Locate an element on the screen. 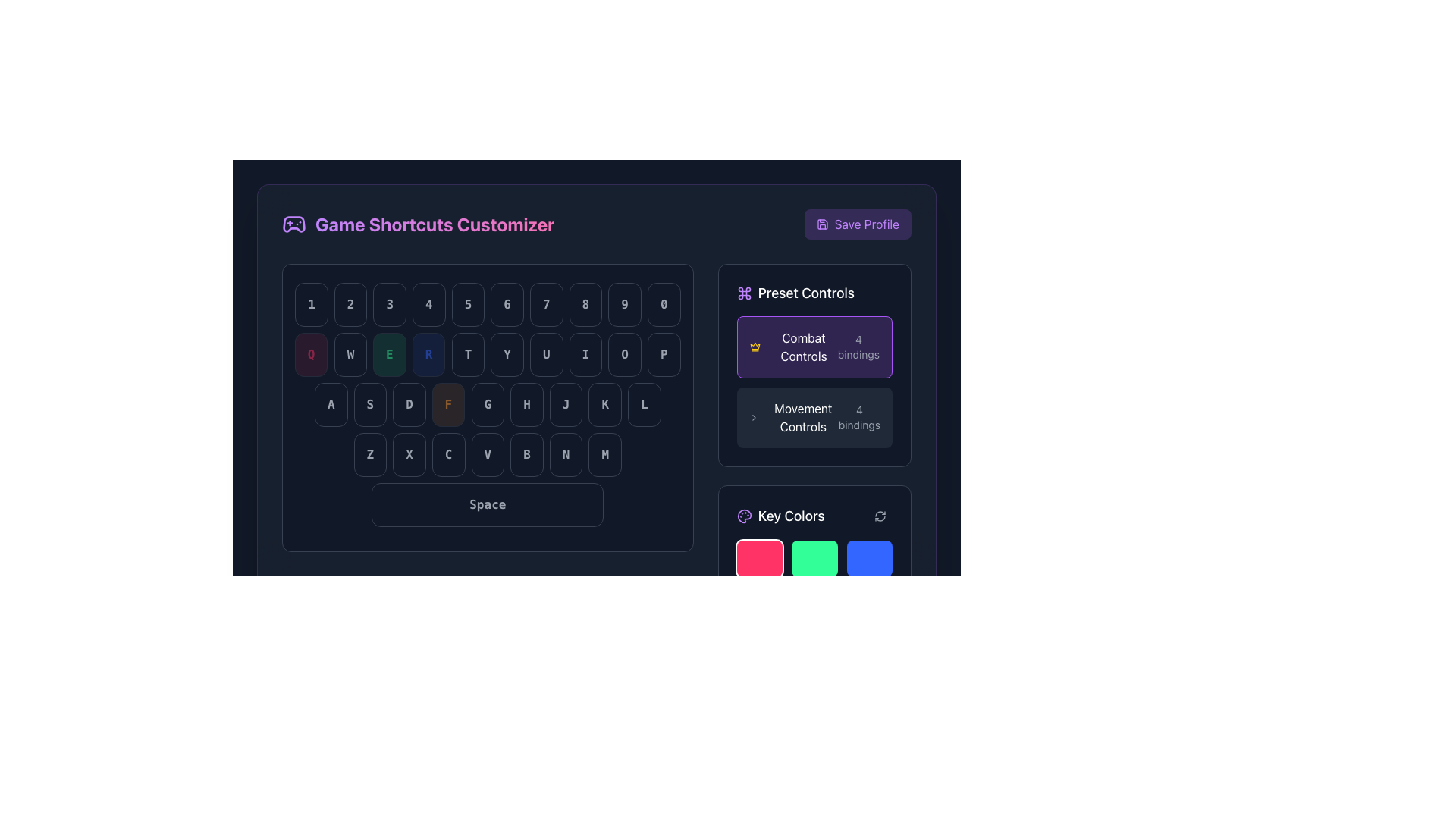 Image resolution: width=1456 pixels, height=819 pixels. the 'Save Profile' button with a purple background and light purple text located in the top-right corner of the 'Game Shortcuts Customizer' section is located at coordinates (858, 224).